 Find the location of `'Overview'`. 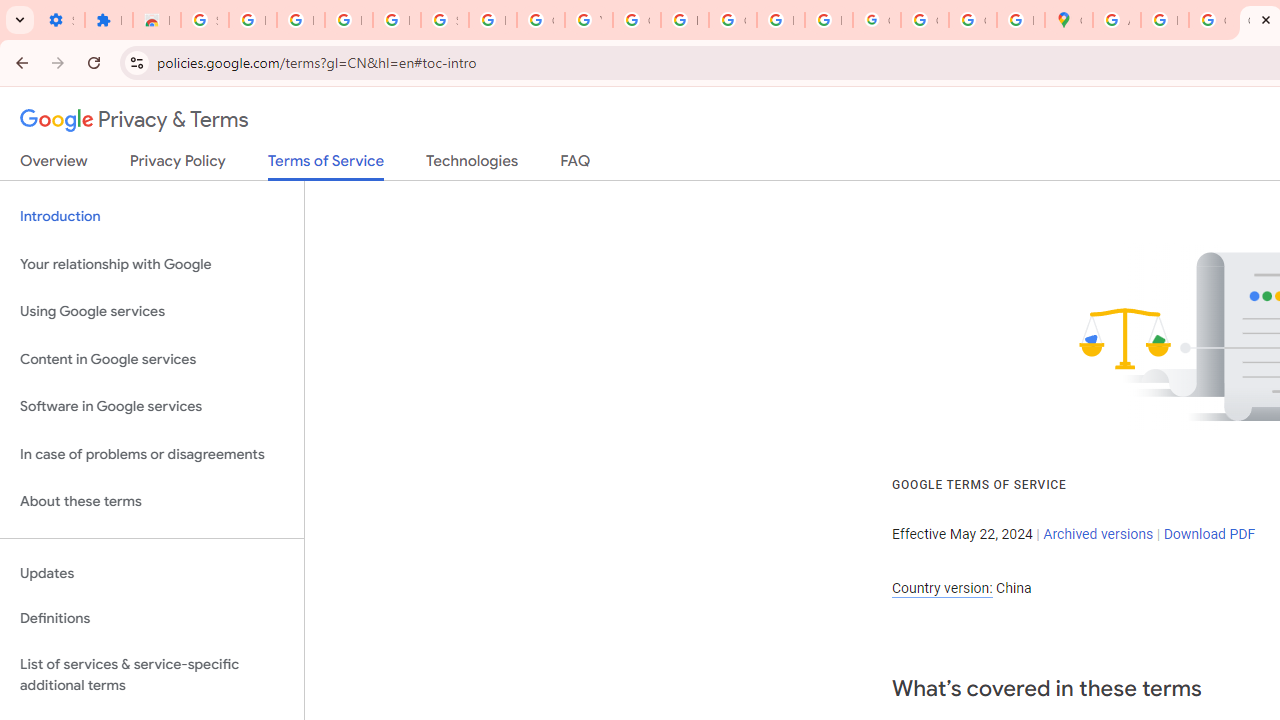

'Overview' is located at coordinates (54, 164).